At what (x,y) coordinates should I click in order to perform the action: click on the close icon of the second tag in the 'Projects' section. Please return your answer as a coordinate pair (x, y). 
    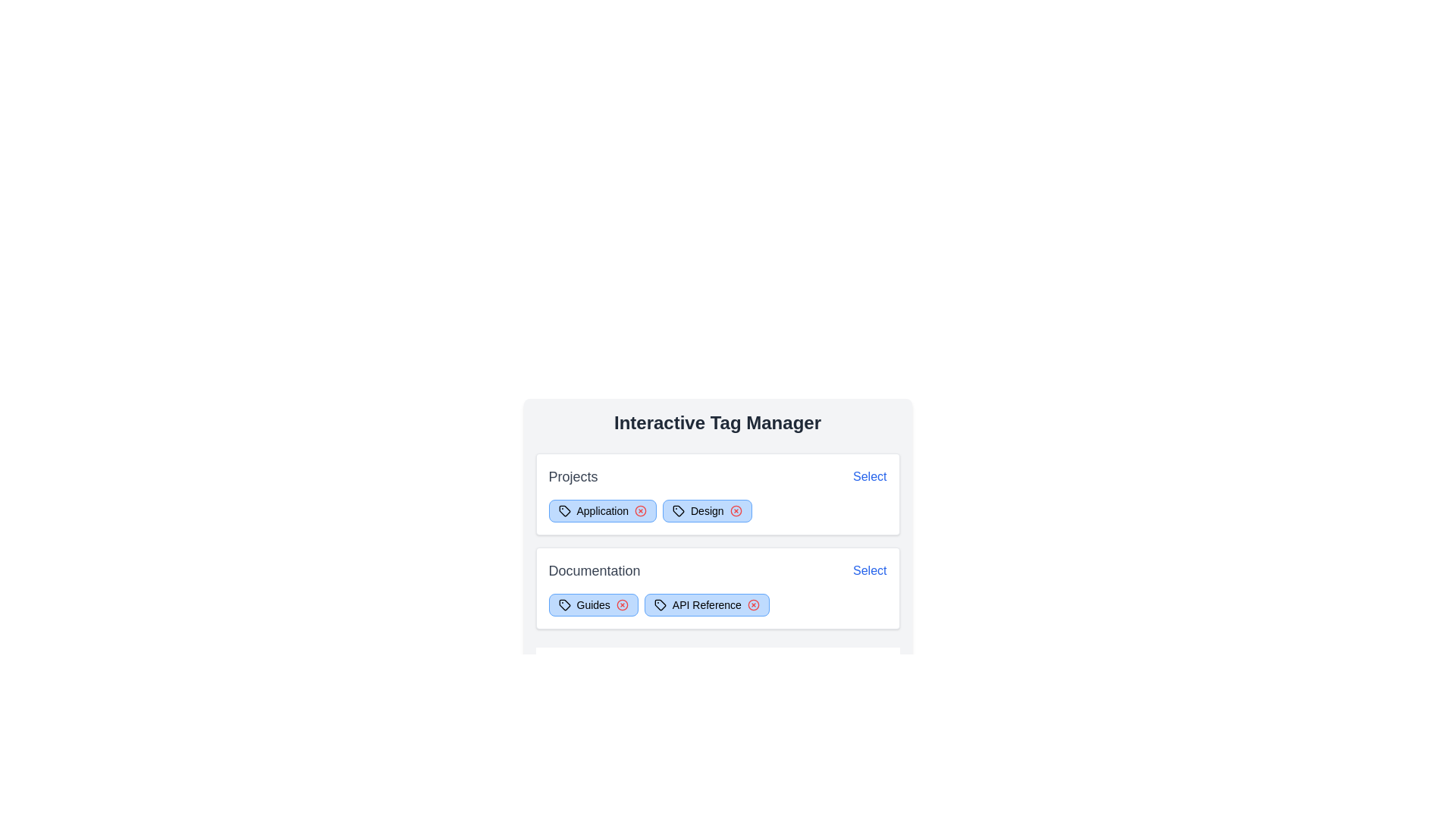
    Looking at the image, I should click on (706, 511).